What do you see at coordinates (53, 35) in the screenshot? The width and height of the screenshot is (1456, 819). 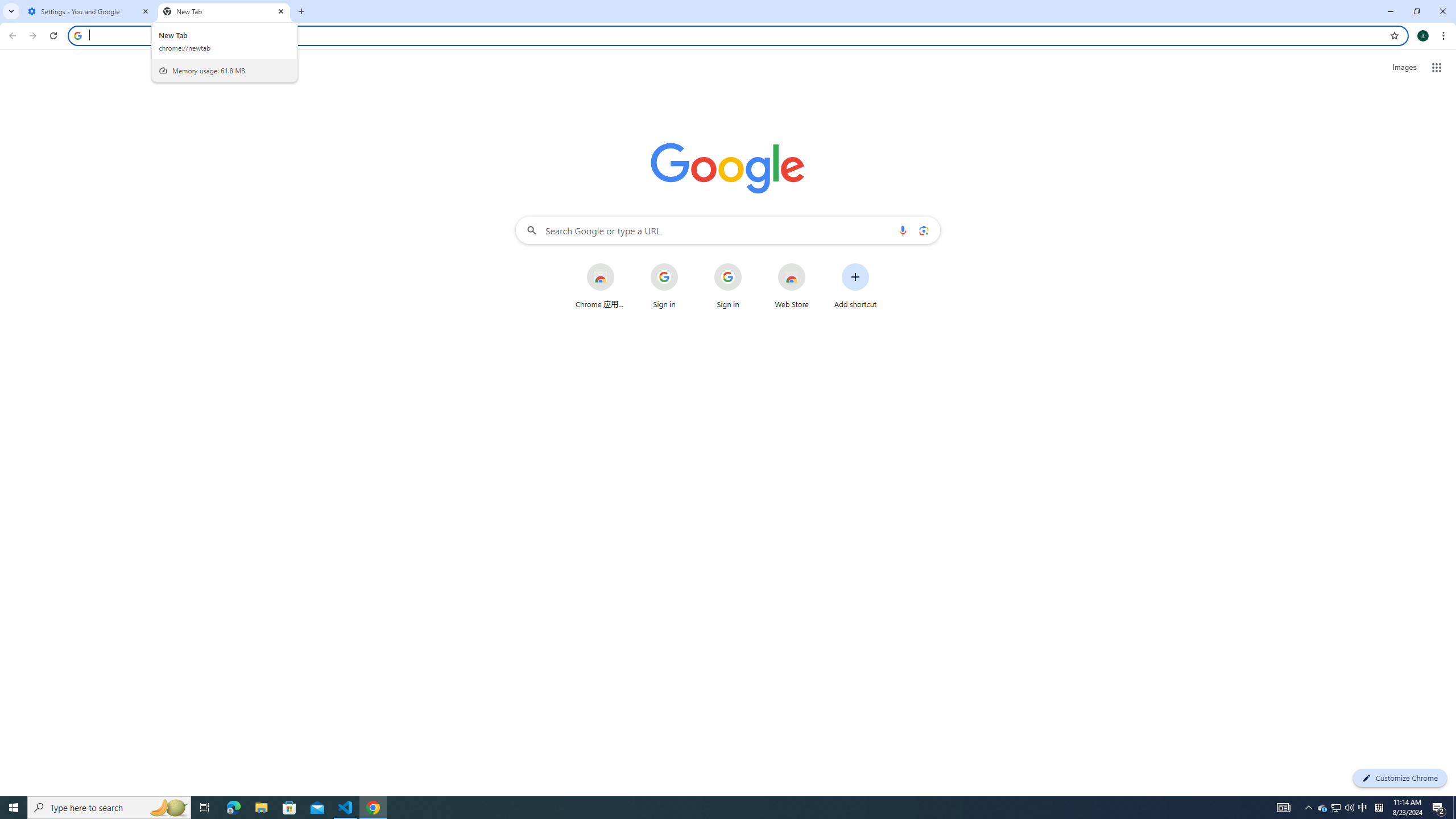 I see `'Reload'` at bounding box center [53, 35].